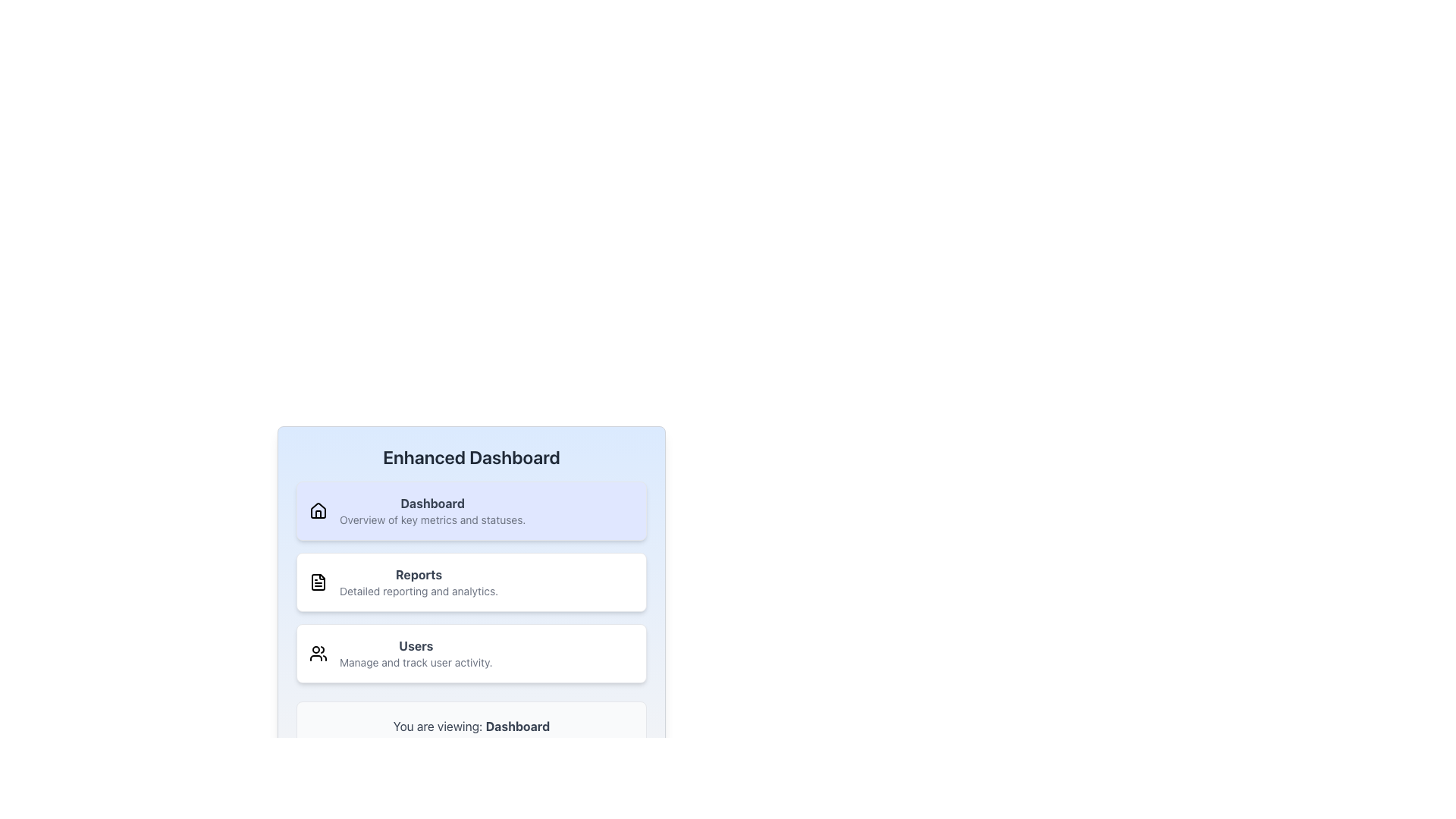 This screenshot has height=819, width=1456. Describe the element at coordinates (471, 725) in the screenshot. I see `text label that displays 'You are viewing: Dashboard' at the bottom of the main content panel, emphasizing the word 'Dashboard'` at that location.